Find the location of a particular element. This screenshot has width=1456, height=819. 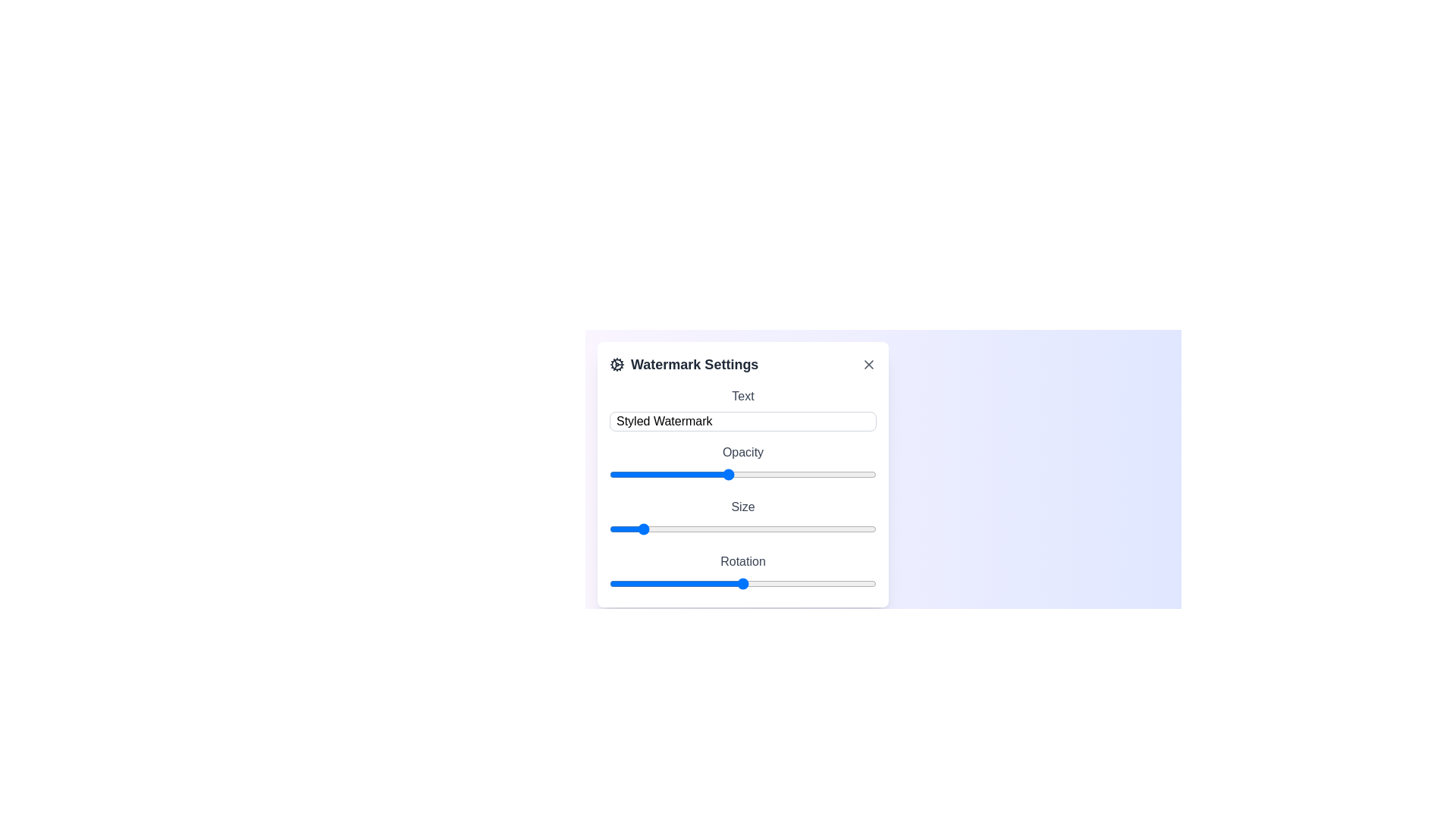

the size is located at coordinates (646, 529).